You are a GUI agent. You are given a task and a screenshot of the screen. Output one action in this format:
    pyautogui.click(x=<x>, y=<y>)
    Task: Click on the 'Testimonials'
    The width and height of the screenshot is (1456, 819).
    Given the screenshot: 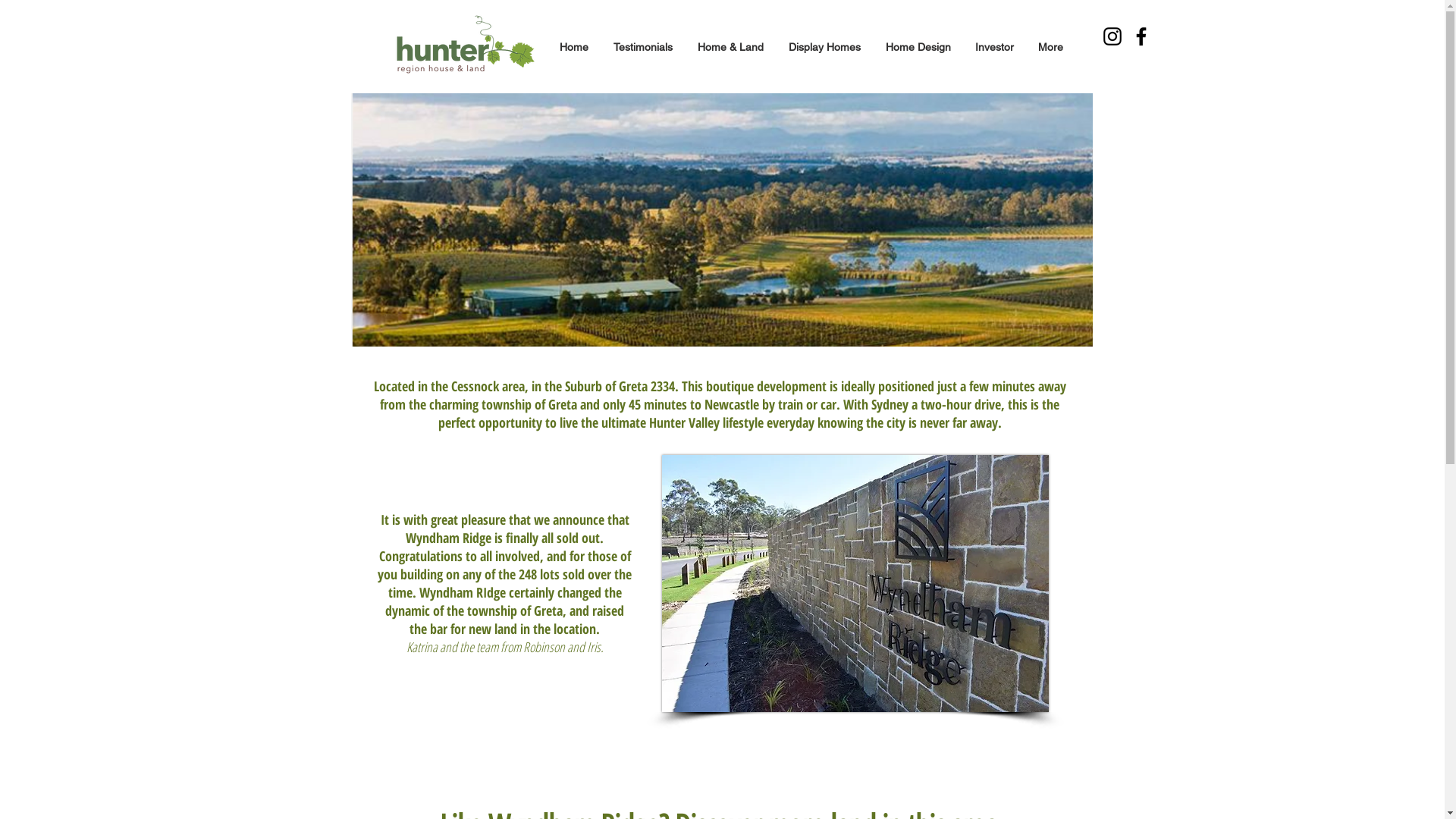 What is the action you would take?
    pyautogui.click(x=644, y=45)
    